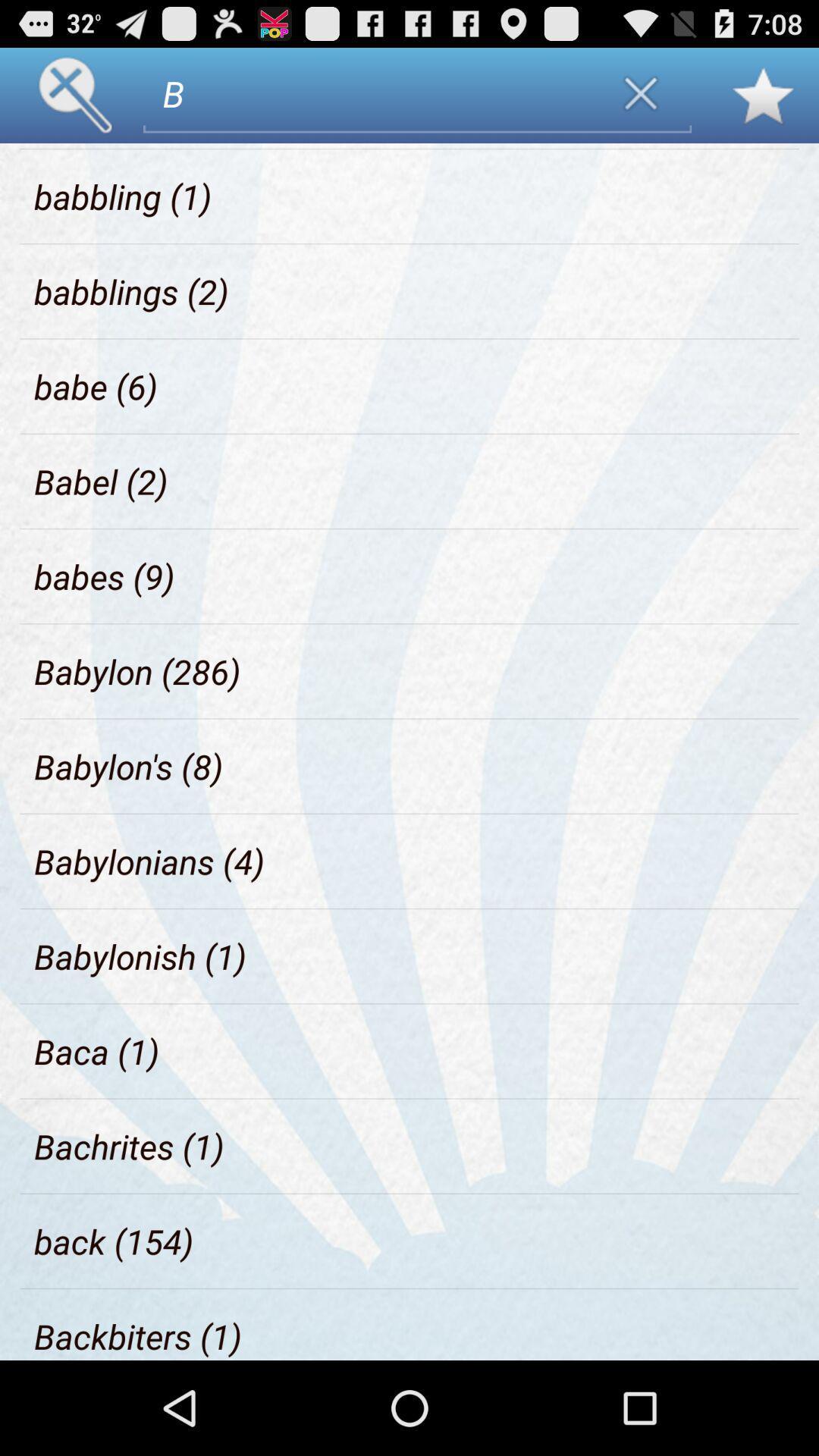  I want to click on babylonians (4), so click(149, 861).